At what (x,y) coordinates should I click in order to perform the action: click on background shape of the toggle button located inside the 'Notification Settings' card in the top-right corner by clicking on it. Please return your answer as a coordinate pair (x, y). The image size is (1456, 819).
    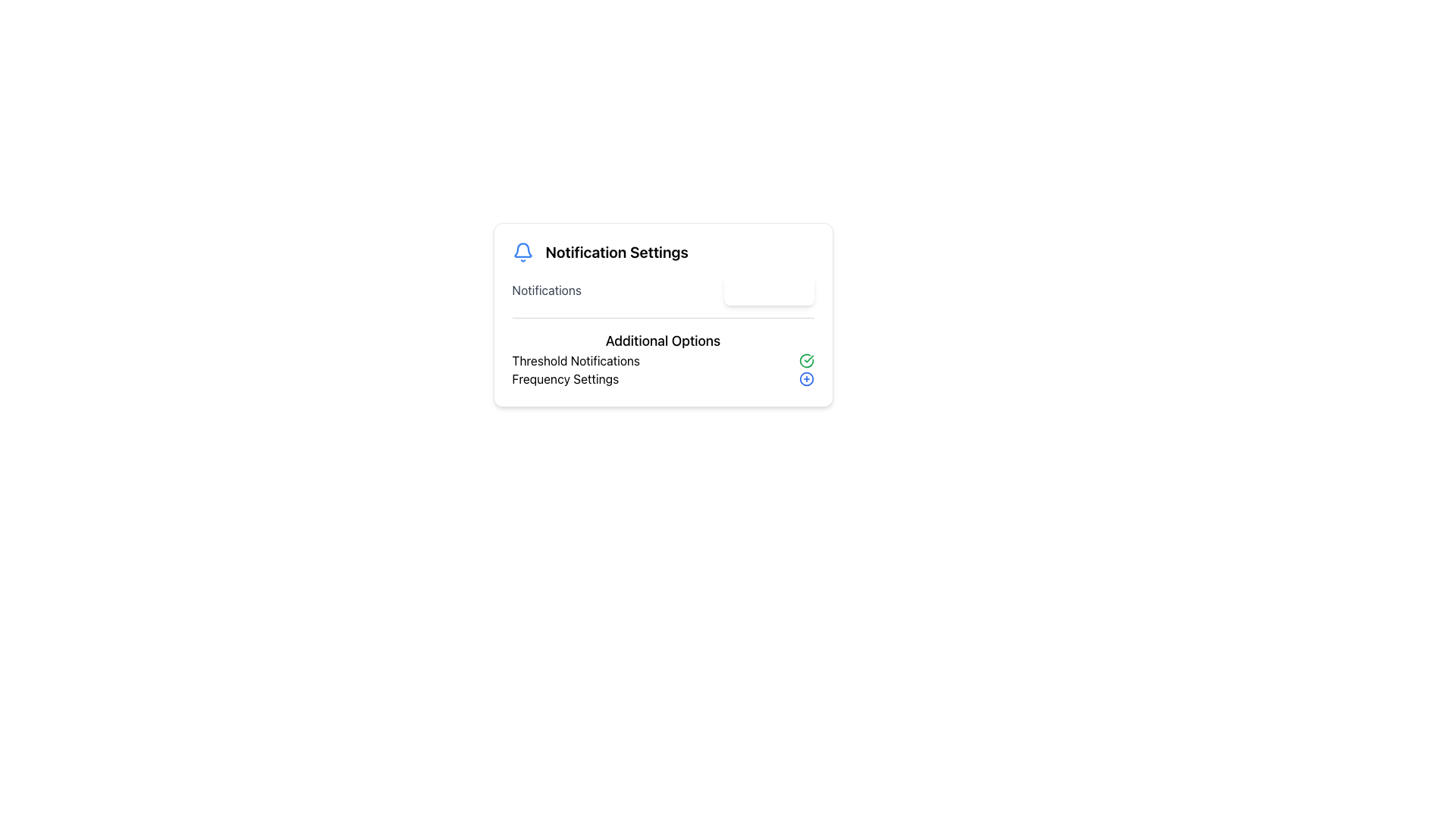
    Looking at the image, I should click on (793, 290).